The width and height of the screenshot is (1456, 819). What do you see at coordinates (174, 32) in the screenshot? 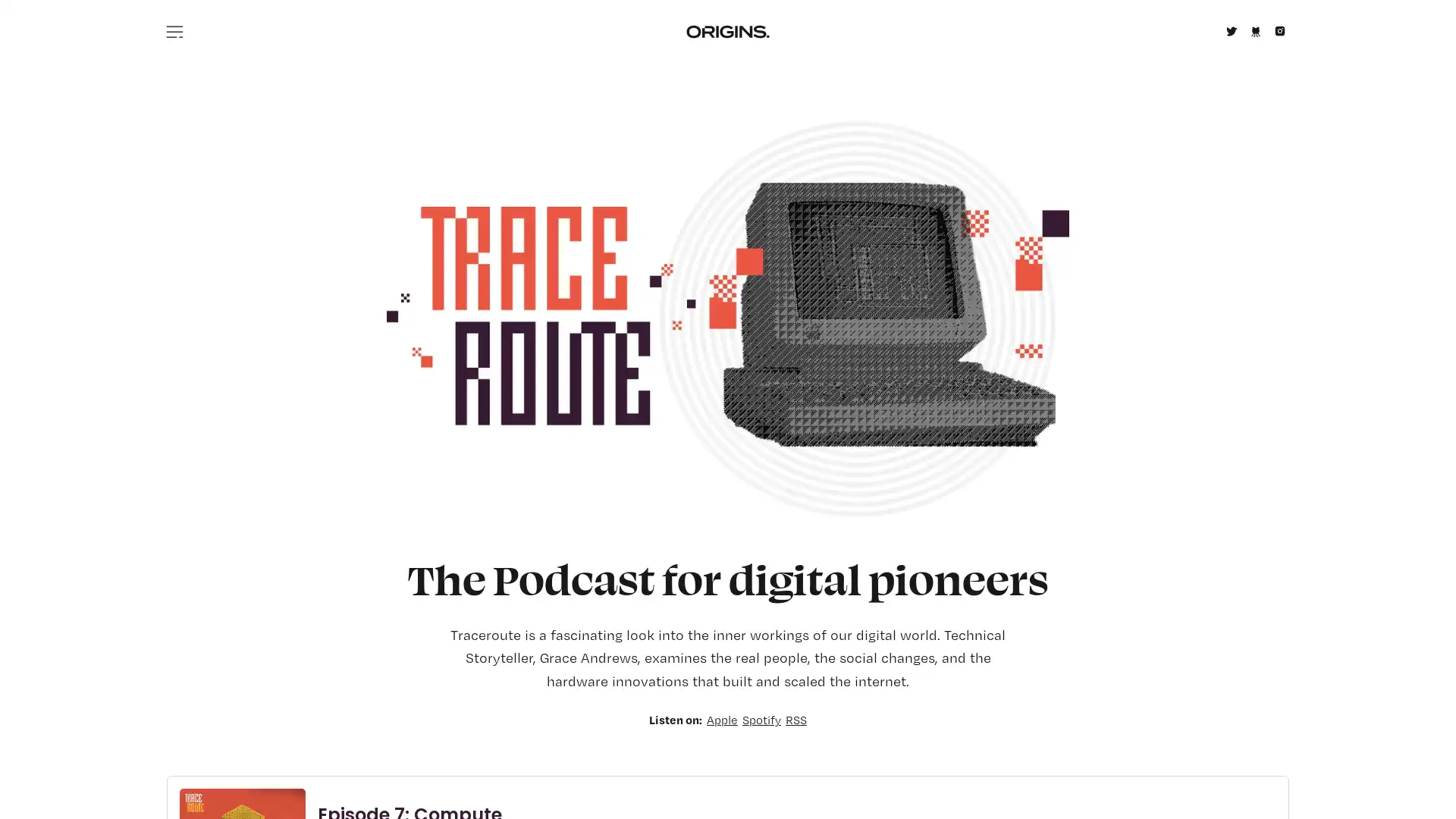
I see `Menu icon` at bounding box center [174, 32].